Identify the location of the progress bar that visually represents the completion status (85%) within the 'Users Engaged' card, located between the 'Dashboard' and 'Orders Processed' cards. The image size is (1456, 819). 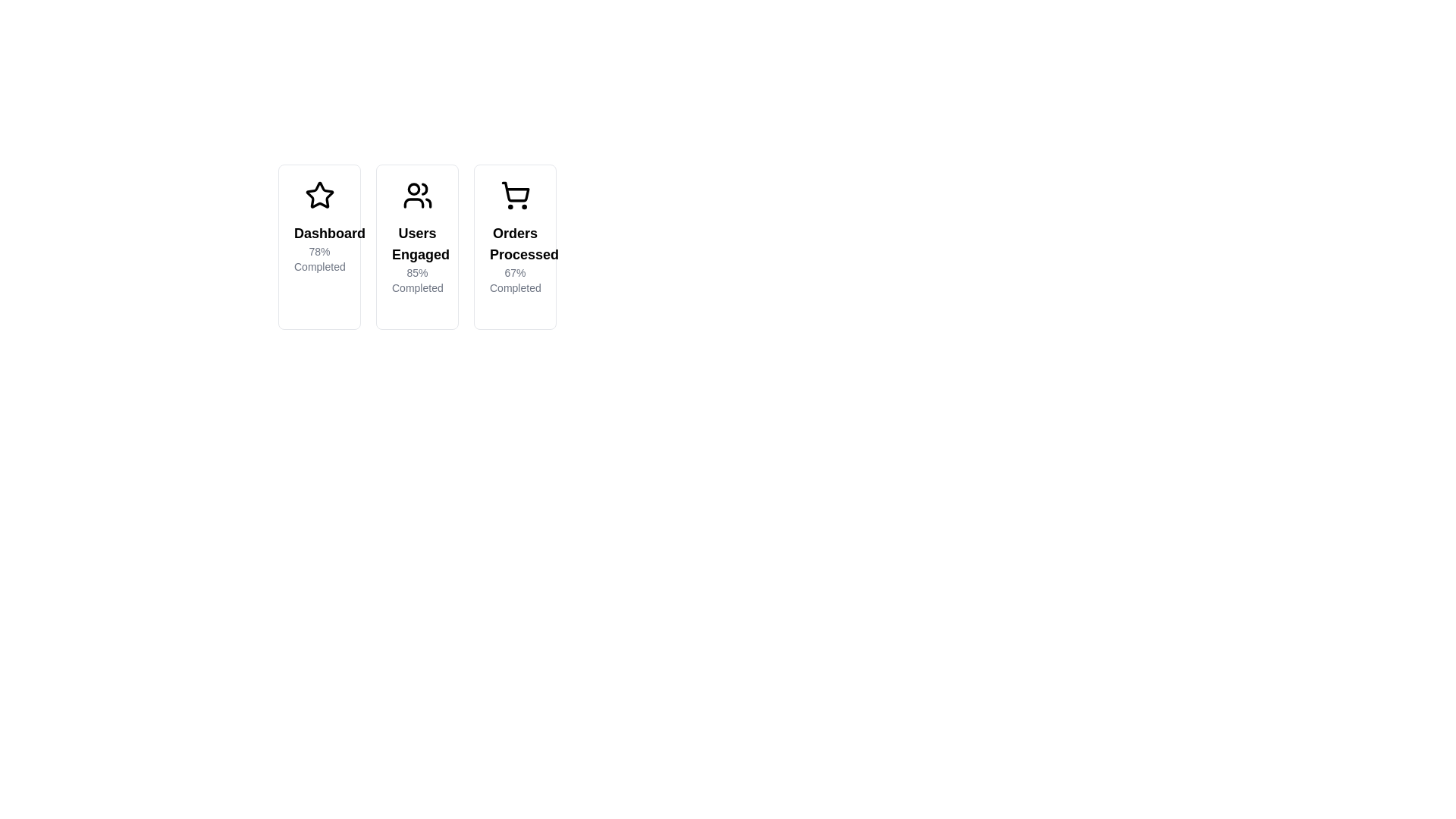
(413, 309).